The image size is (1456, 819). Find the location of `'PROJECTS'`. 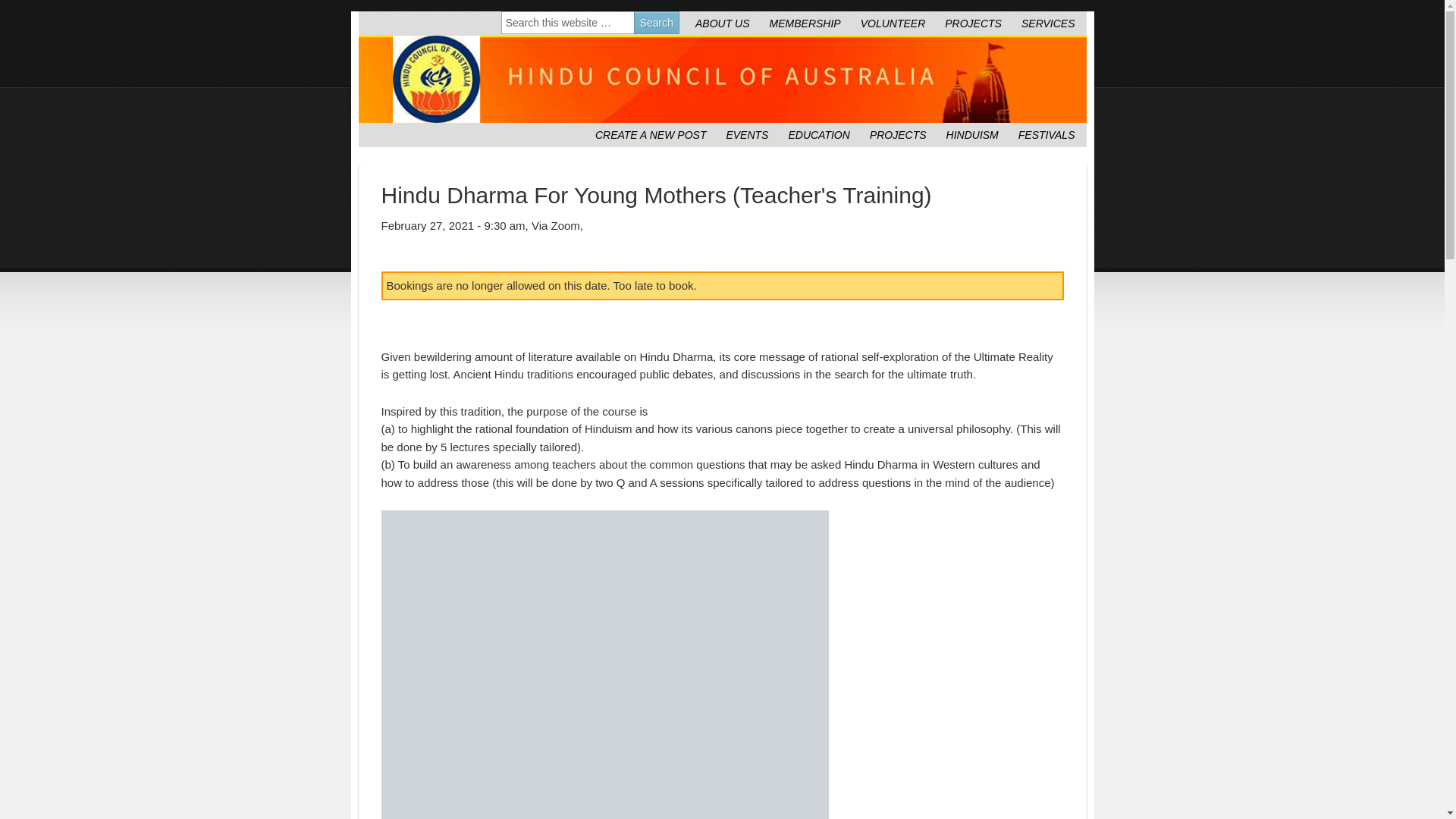

'PROJECTS' is located at coordinates (898, 133).